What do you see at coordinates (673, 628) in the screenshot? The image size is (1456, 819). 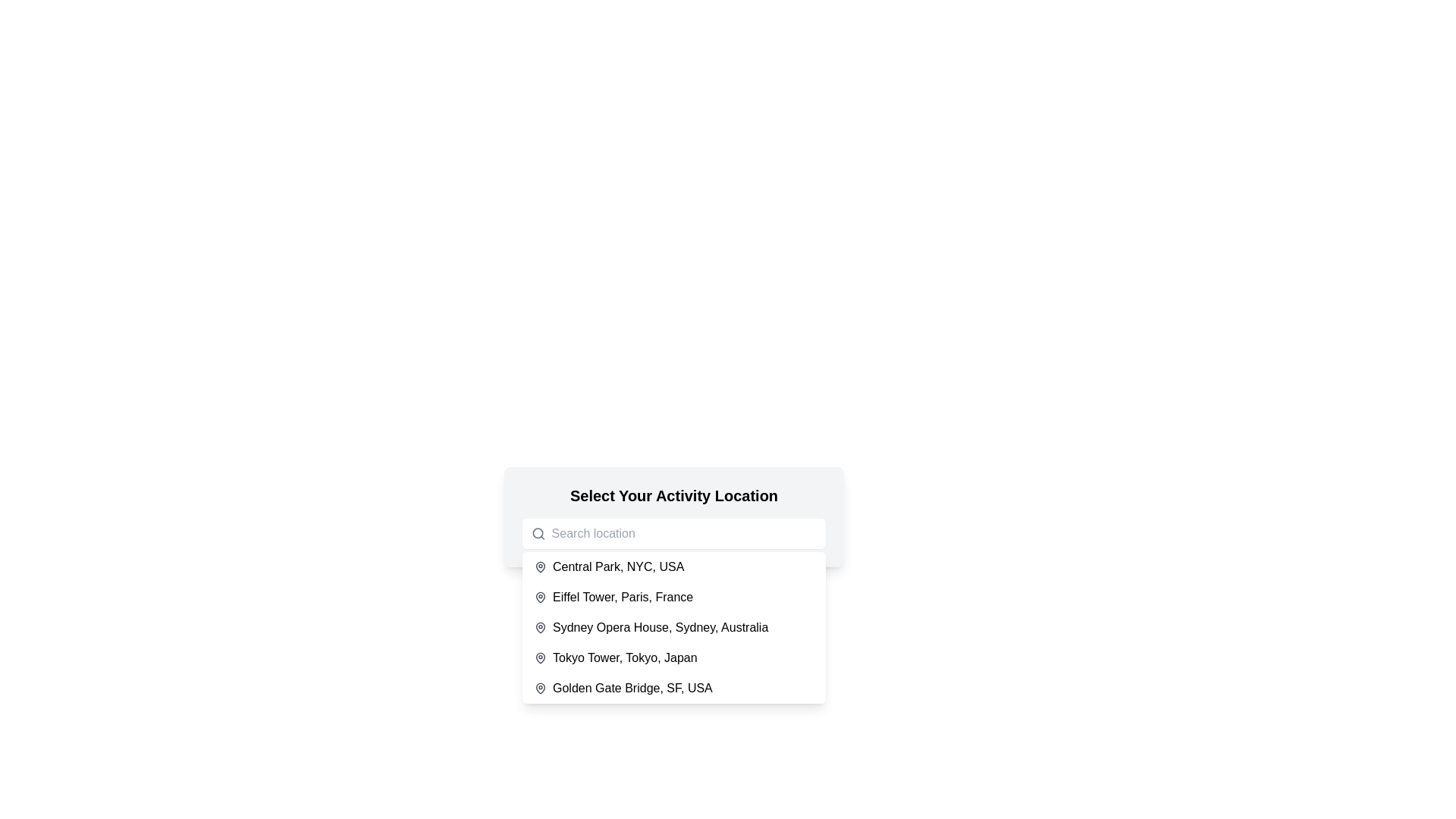 I see `the third option in the dropdown menu` at bounding box center [673, 628].